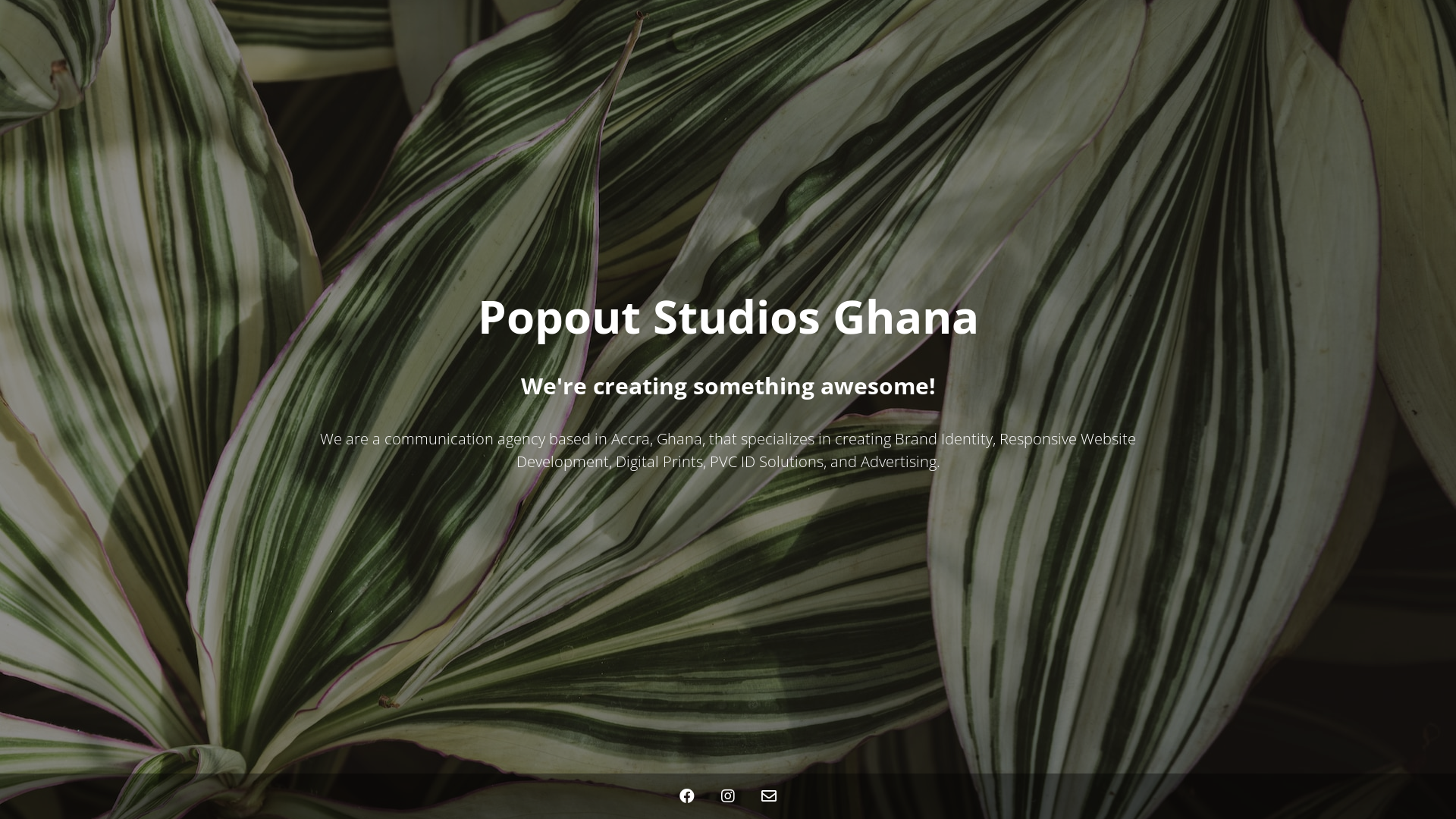  I want to click on 'Popout Studios Ghana', so click(728, 324).